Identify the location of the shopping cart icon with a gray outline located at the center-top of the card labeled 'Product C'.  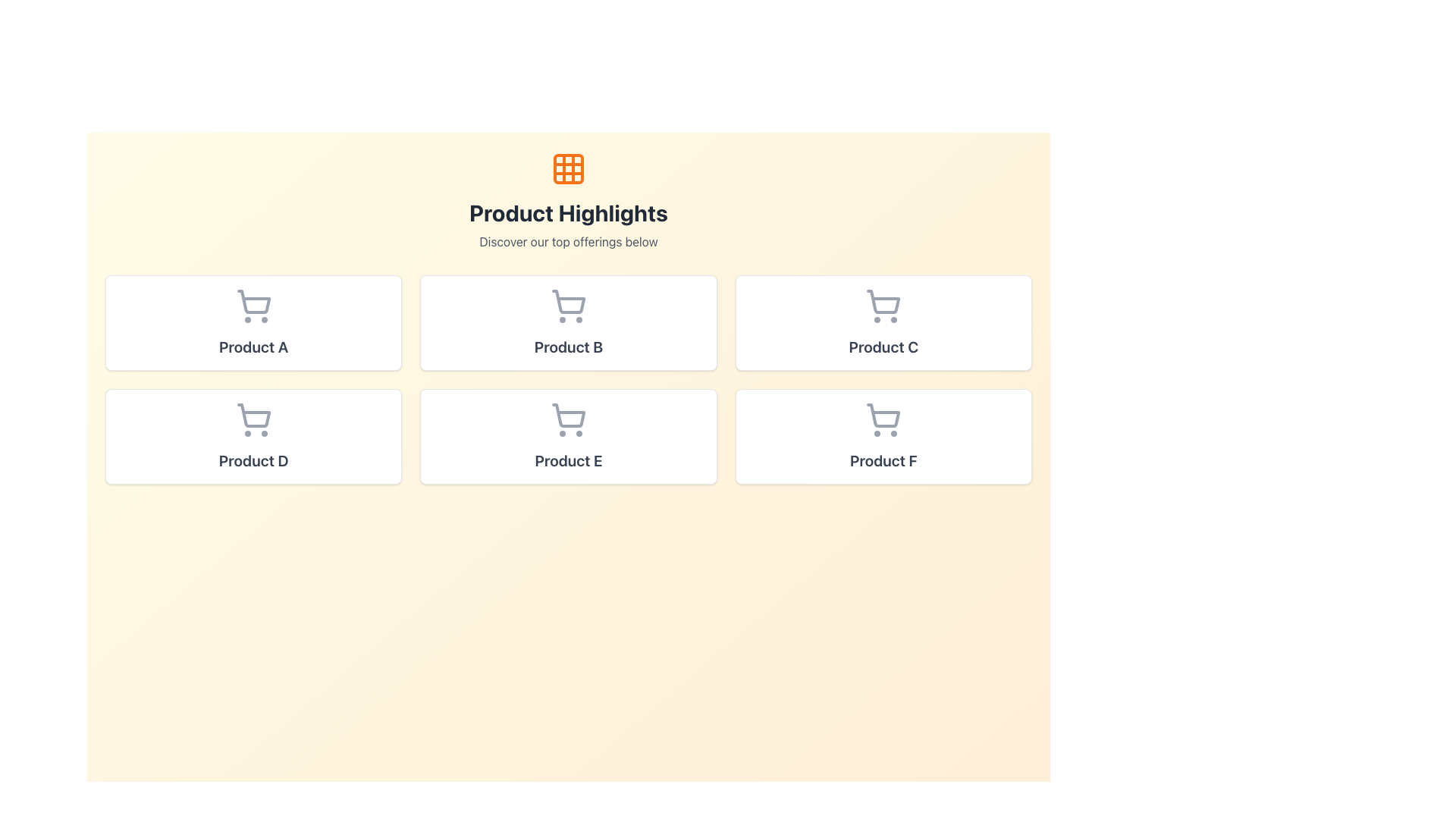
(883, 306).